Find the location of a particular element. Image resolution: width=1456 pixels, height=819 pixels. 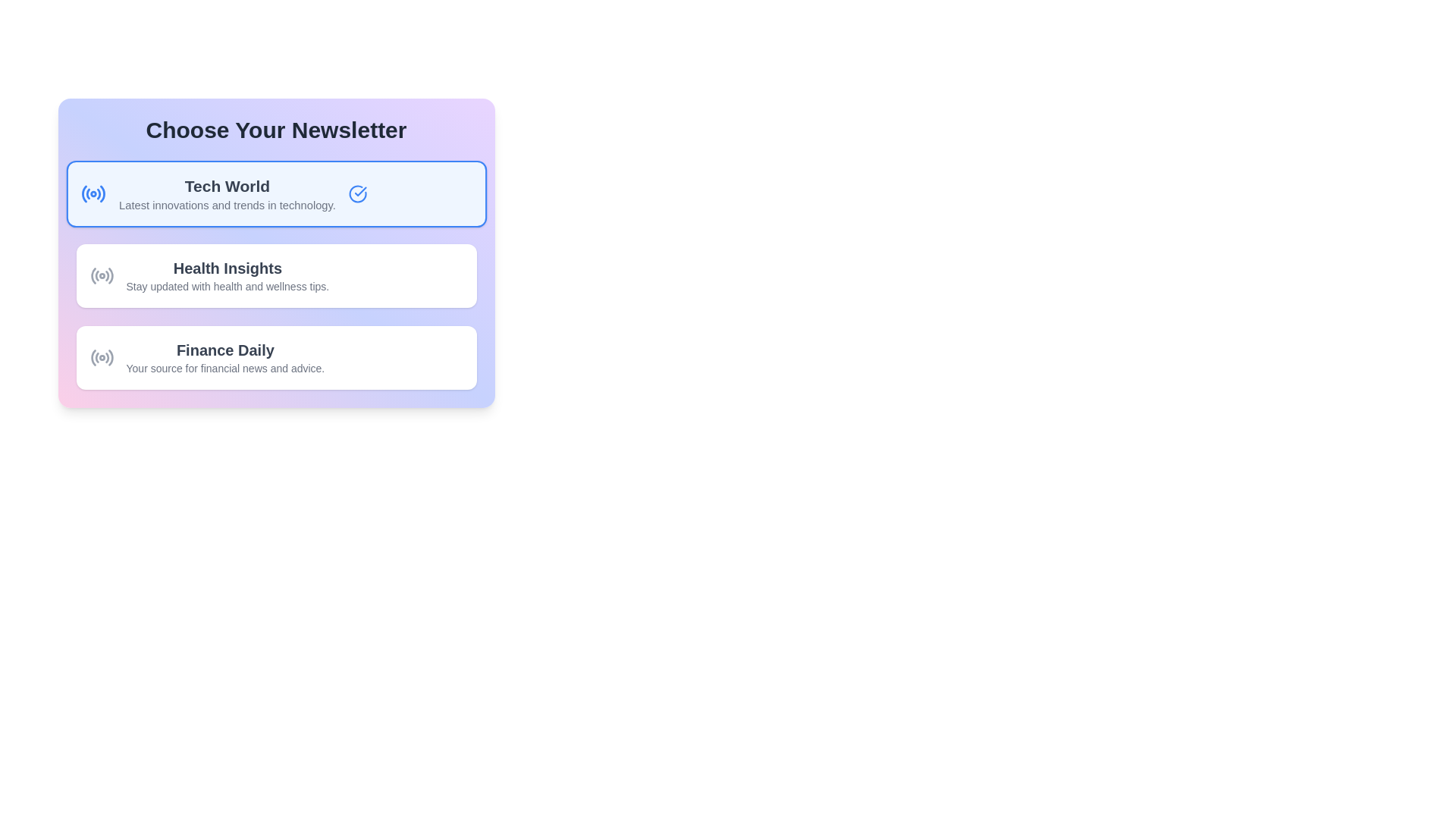

the text element that reads 'Stay updated with health and wellness tips.' located below the 'Health Insights' header in the rectangular card section is located at coordinates (227, 287).